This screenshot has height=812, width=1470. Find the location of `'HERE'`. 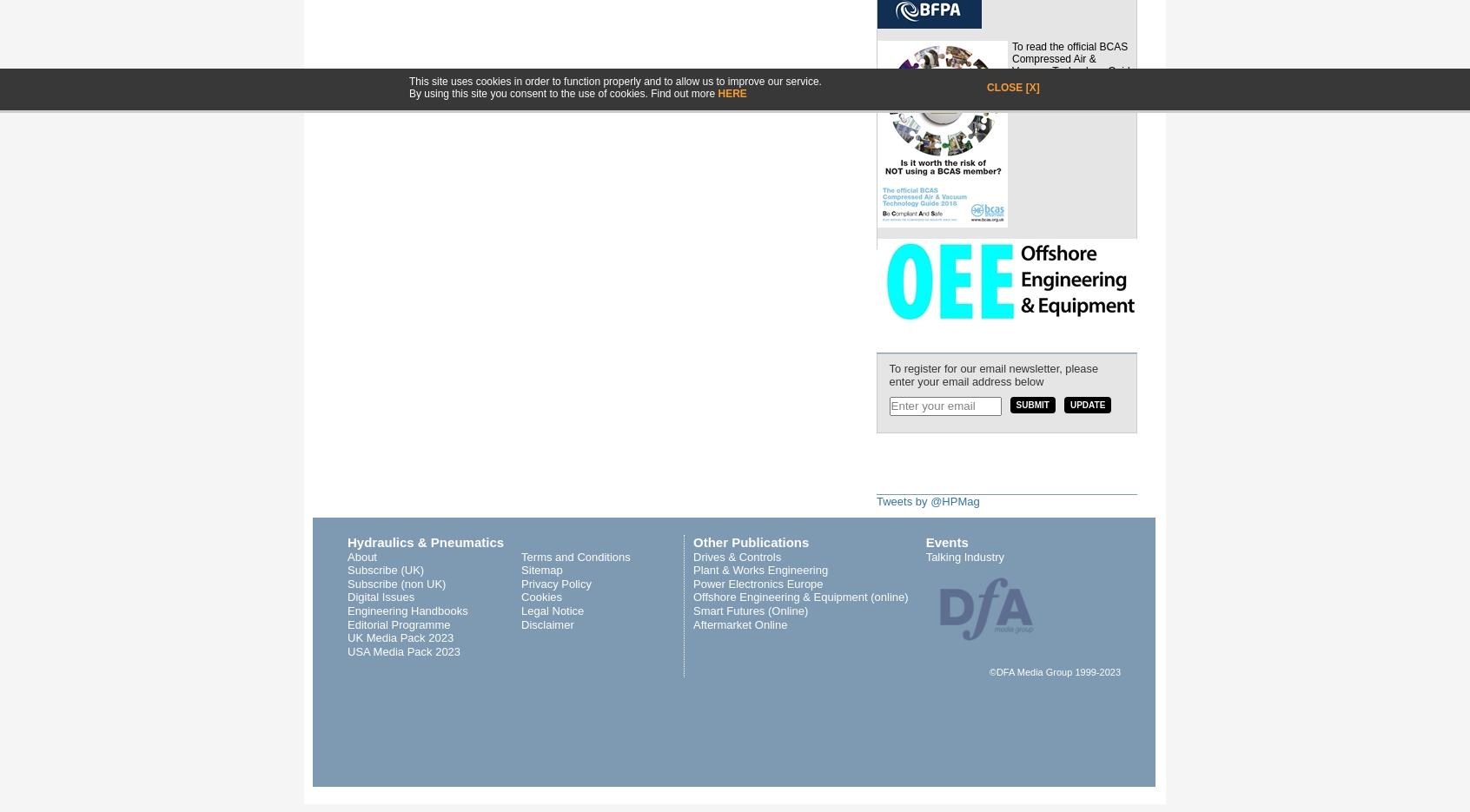

'HERE' is located at coordinates (732, 92).